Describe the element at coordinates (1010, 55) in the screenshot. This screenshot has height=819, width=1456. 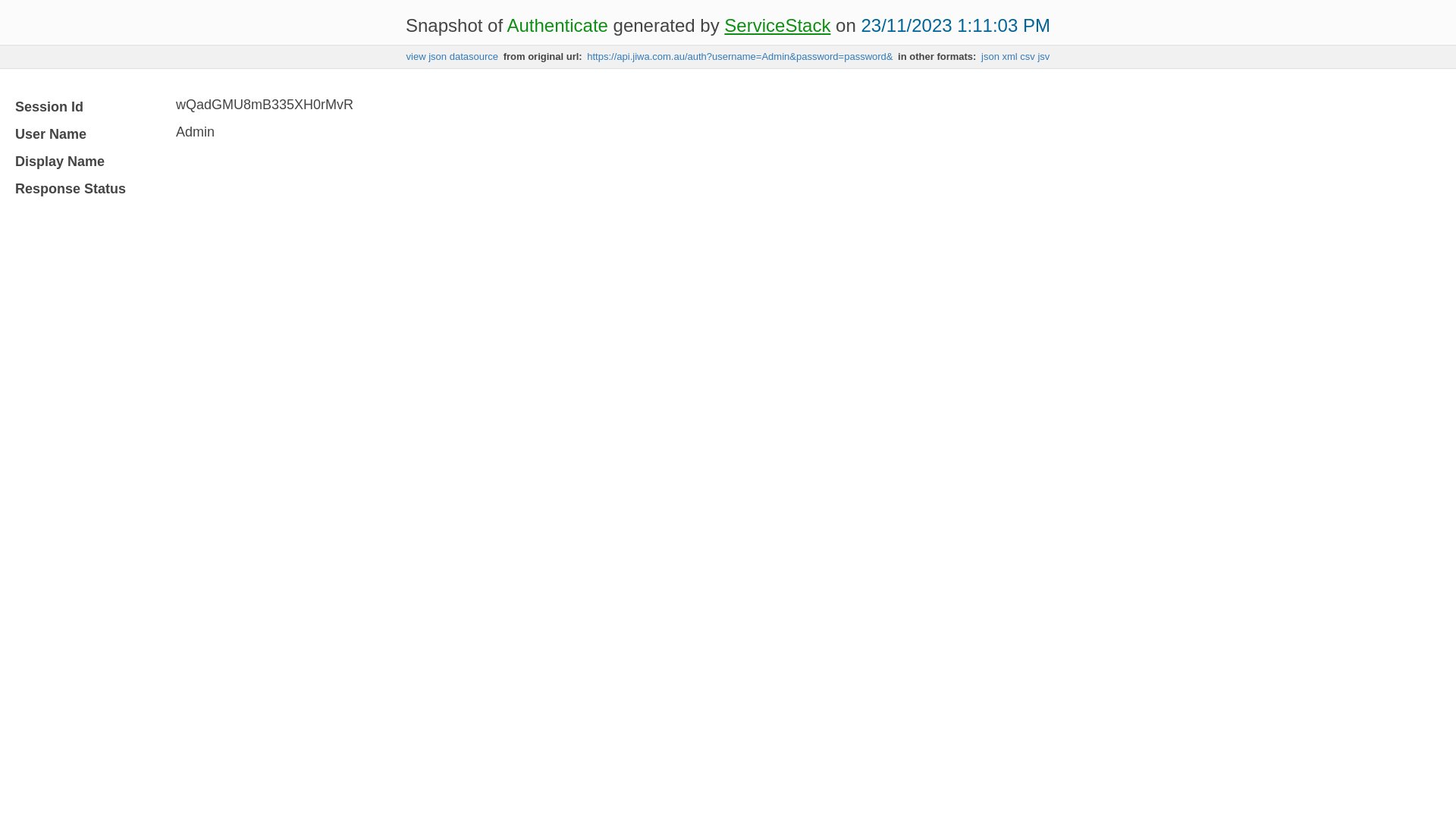
I see `'xml'` at that location.